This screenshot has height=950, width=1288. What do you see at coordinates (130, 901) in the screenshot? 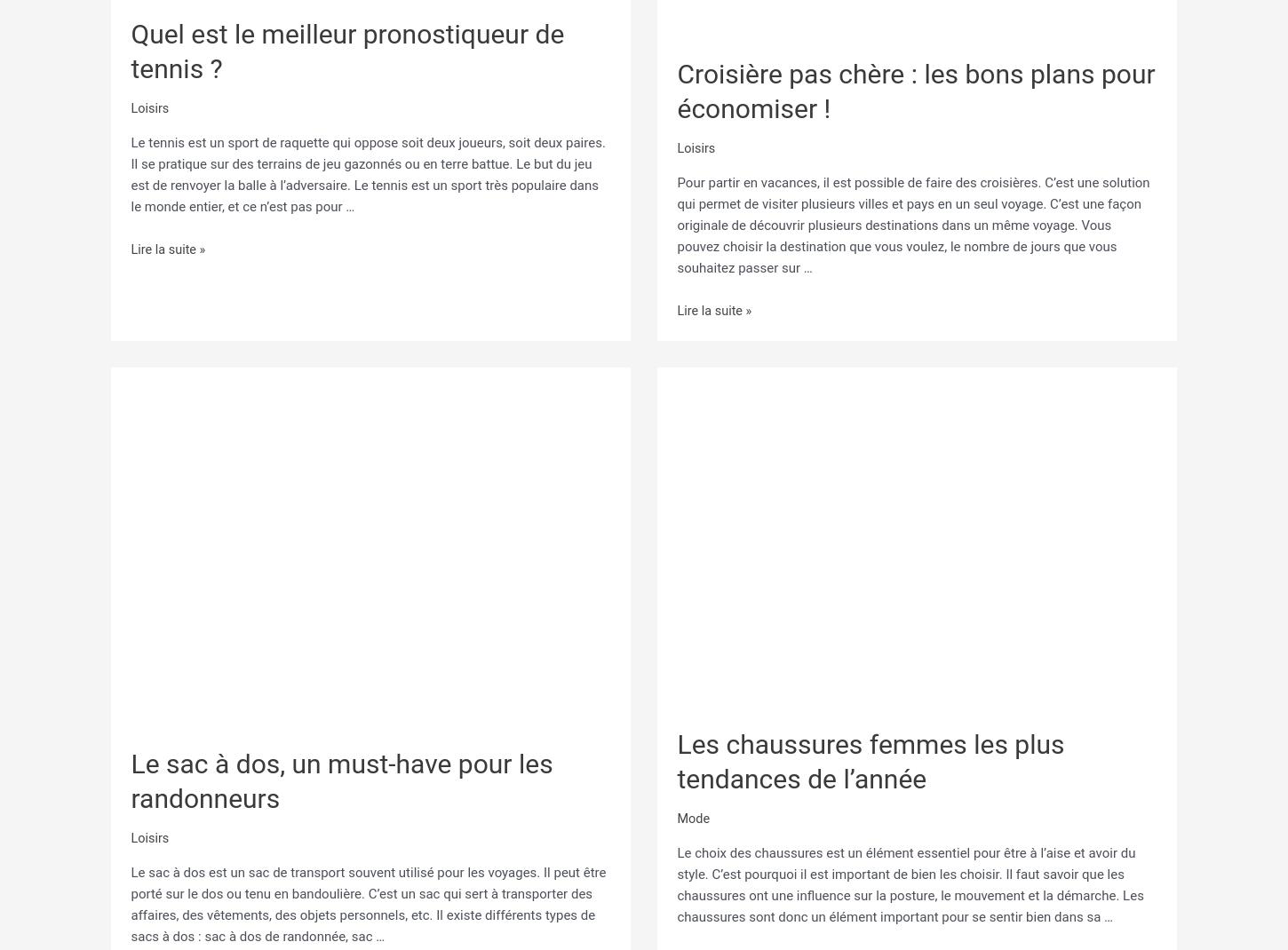
I see `'Le sac à dos est un sac de transport souvent utilisé pour les voyages. Il peut être porté sur le dos ou tenu en bandoulière. C’est un sac qui sert à transporter des affaires, des vêtements, des objets personnels, etc. Il existe différents types de sacs à dos : sac à dos de randonnée, sac …'` at bounding box center [130, 901].